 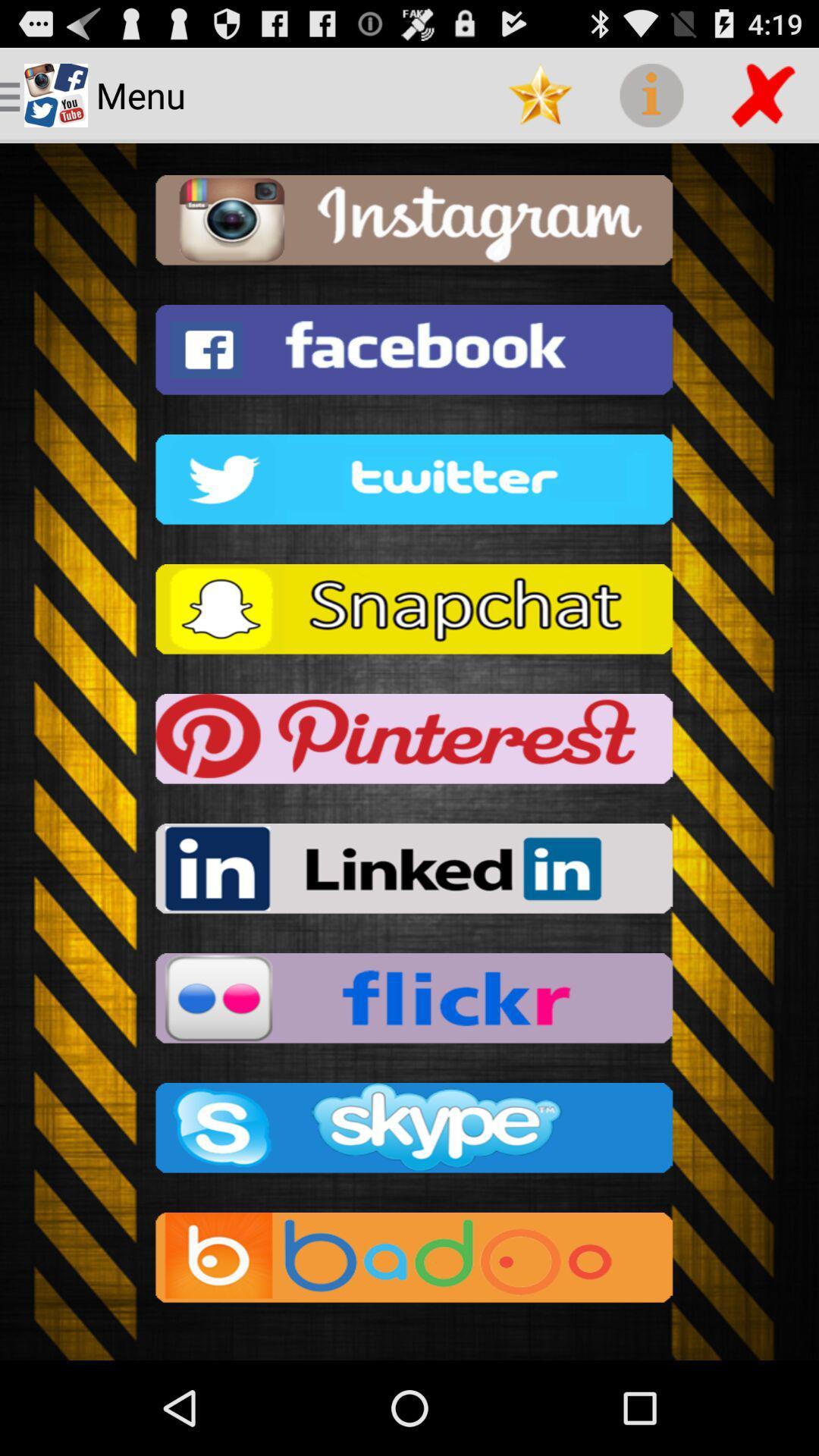 I want to click on to linked option, so click(x=409, y=873).